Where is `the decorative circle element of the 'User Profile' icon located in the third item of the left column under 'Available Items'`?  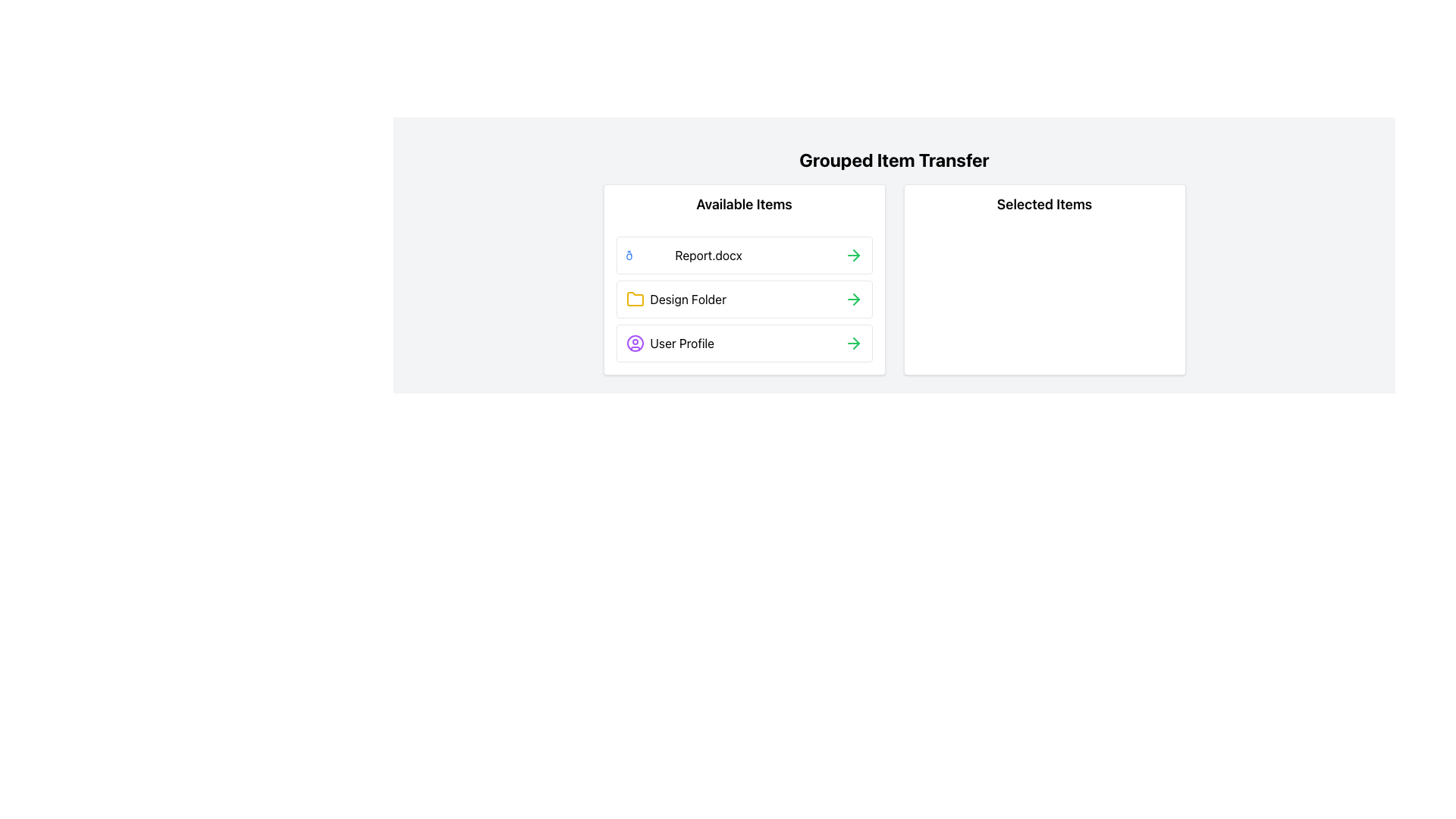 the decorative circle element of the 'User Profile' icon located in the third item of the left column under 'Available Items' is located at coordinates (635, 343).